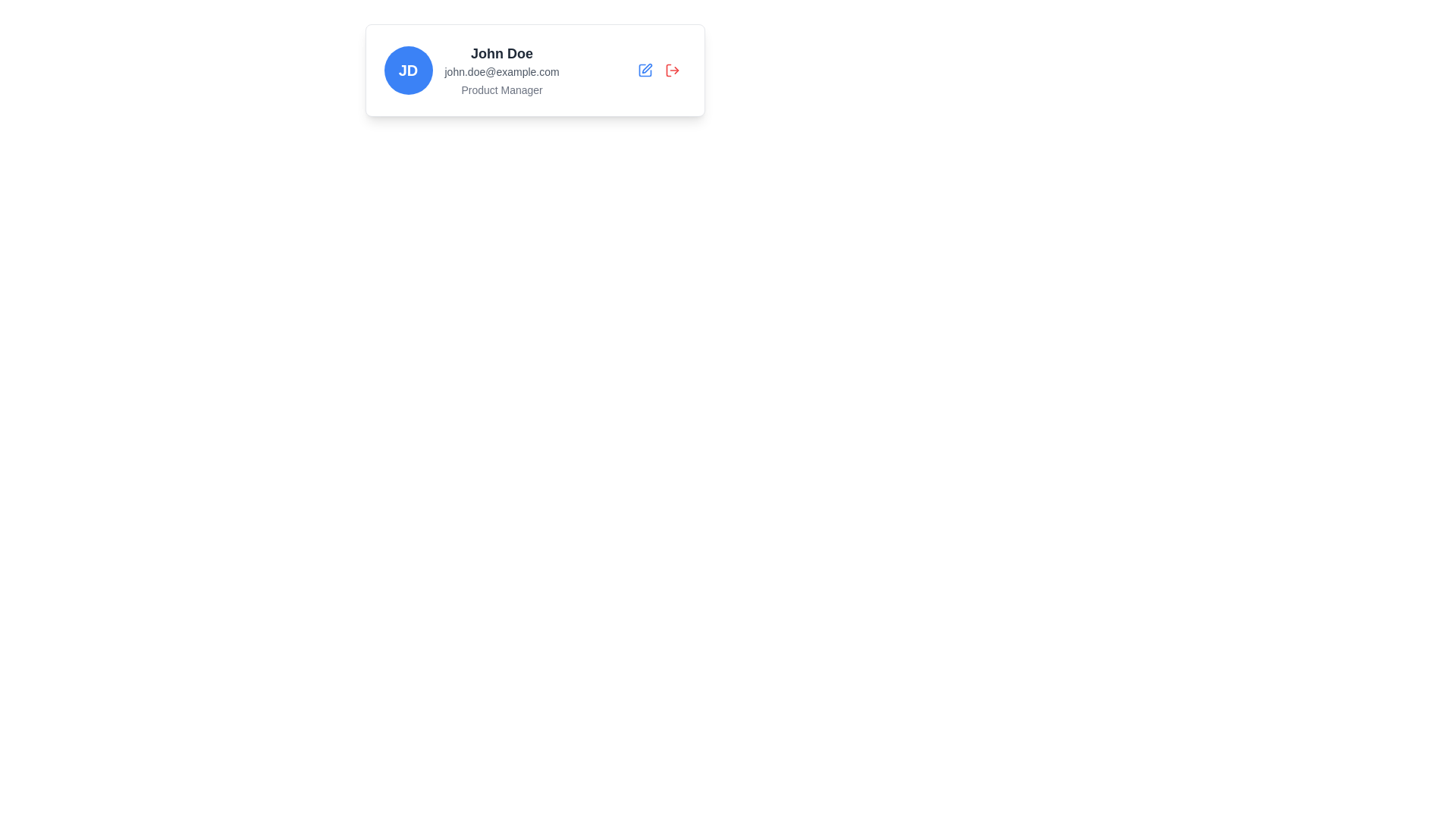 The width and height of the screenshot is (1456, 819). Describe the element at coordinates (645, 70) in the screenshot. I see `the pen icon located in the top-right corner of the user profile card` at that location.